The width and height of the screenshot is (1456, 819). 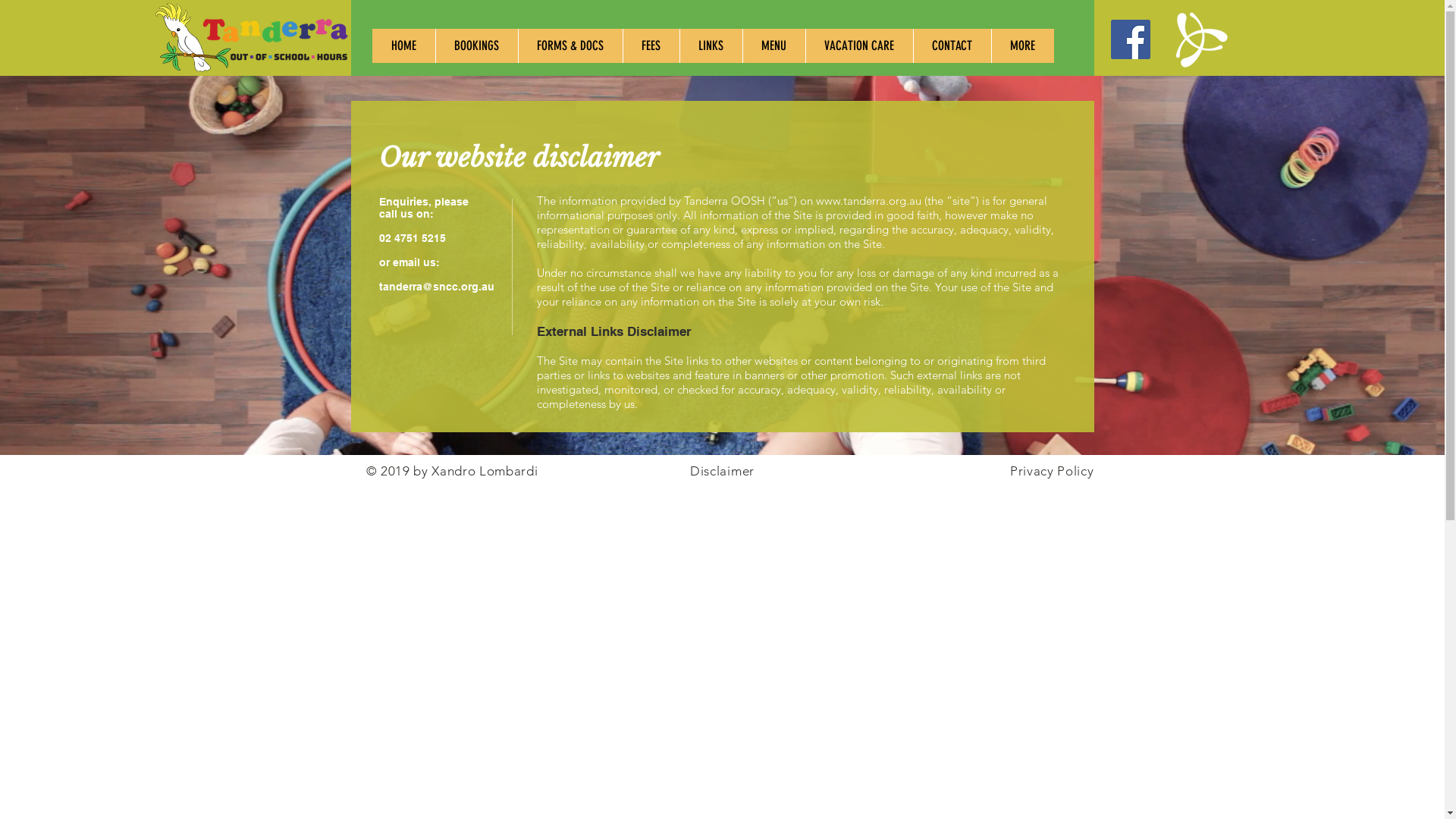 What do you see at coordinates (814, 199) in the screenshot?
I see `'www.tanderra.org.au'` at bounding box center [814, 199].